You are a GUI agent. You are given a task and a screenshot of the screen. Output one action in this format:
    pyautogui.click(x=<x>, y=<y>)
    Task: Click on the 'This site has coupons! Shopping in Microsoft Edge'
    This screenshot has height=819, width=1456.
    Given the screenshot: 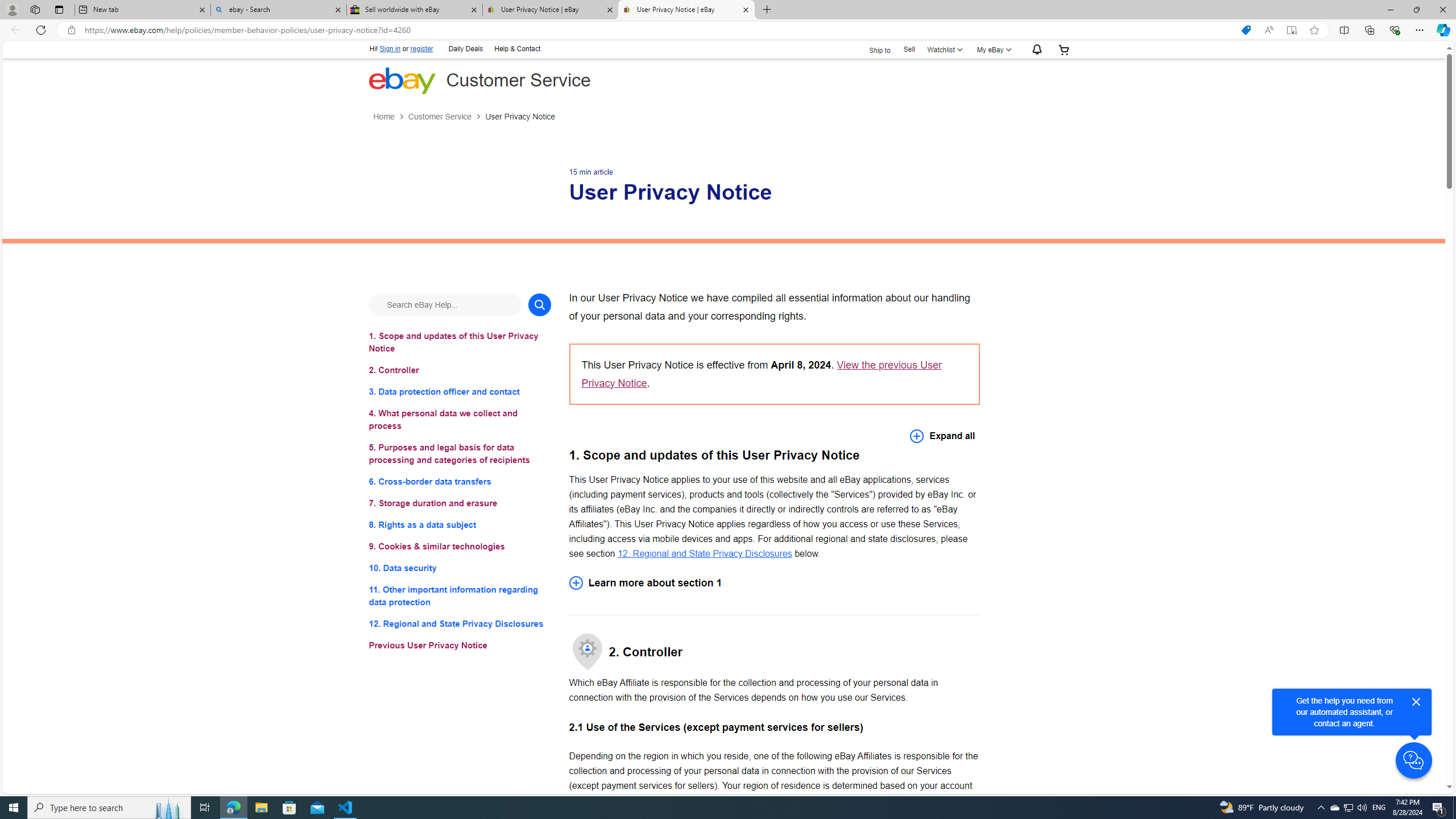 What is the action you would take?
    pyautogui.click(x=1246, y=30)
    